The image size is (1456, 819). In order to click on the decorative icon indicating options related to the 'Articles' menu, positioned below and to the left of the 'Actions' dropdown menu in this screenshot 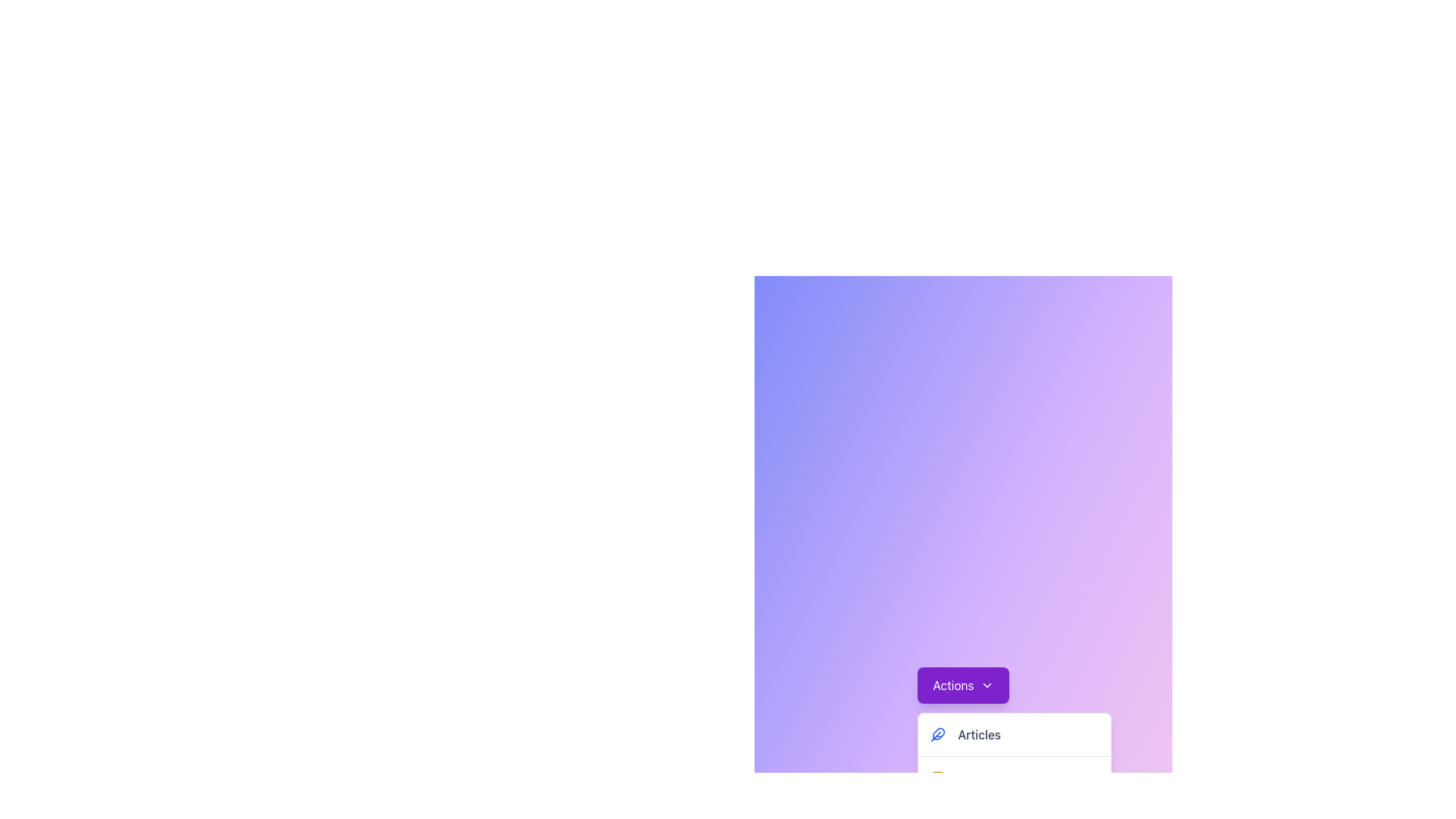, I will do `click(938, 733)`.